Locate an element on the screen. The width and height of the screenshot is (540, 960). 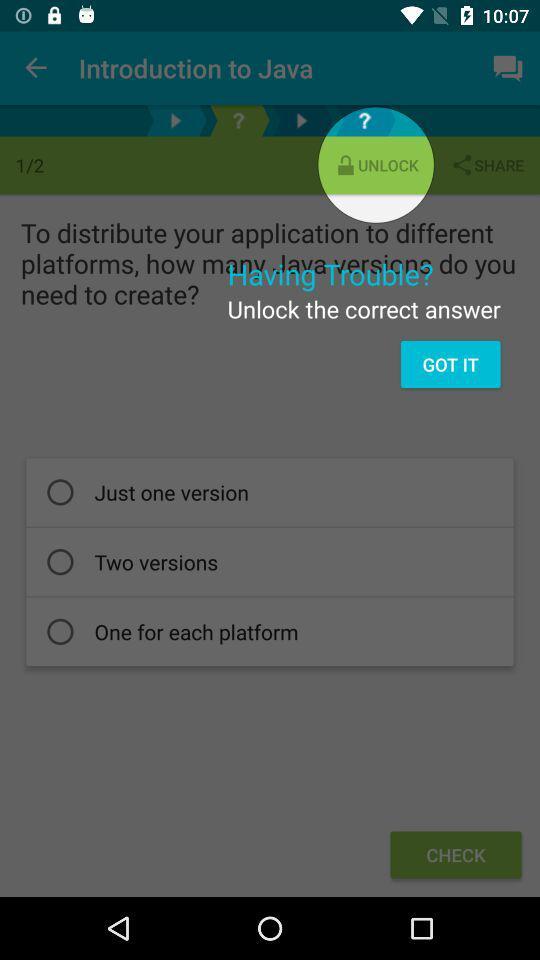
lock option is located at coordinates (238, 120).